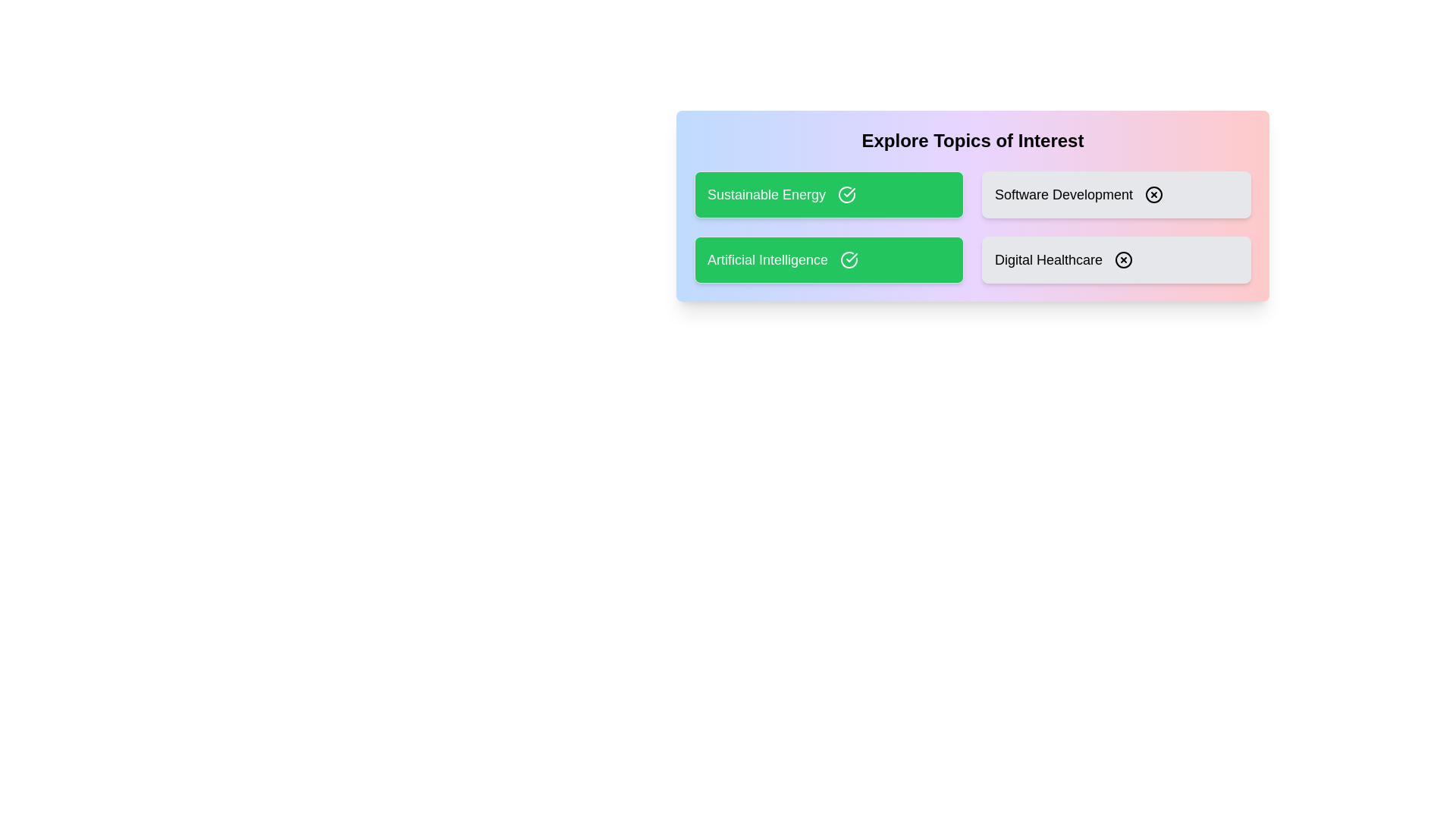 The width and height of the screenshot is (1456, 819). What do you see at coordinates (1116, 259) in the screenshot?
I see `the topic card labeled Digital Healthcare to toggle its selection state` at bounding box center [1116, 259].